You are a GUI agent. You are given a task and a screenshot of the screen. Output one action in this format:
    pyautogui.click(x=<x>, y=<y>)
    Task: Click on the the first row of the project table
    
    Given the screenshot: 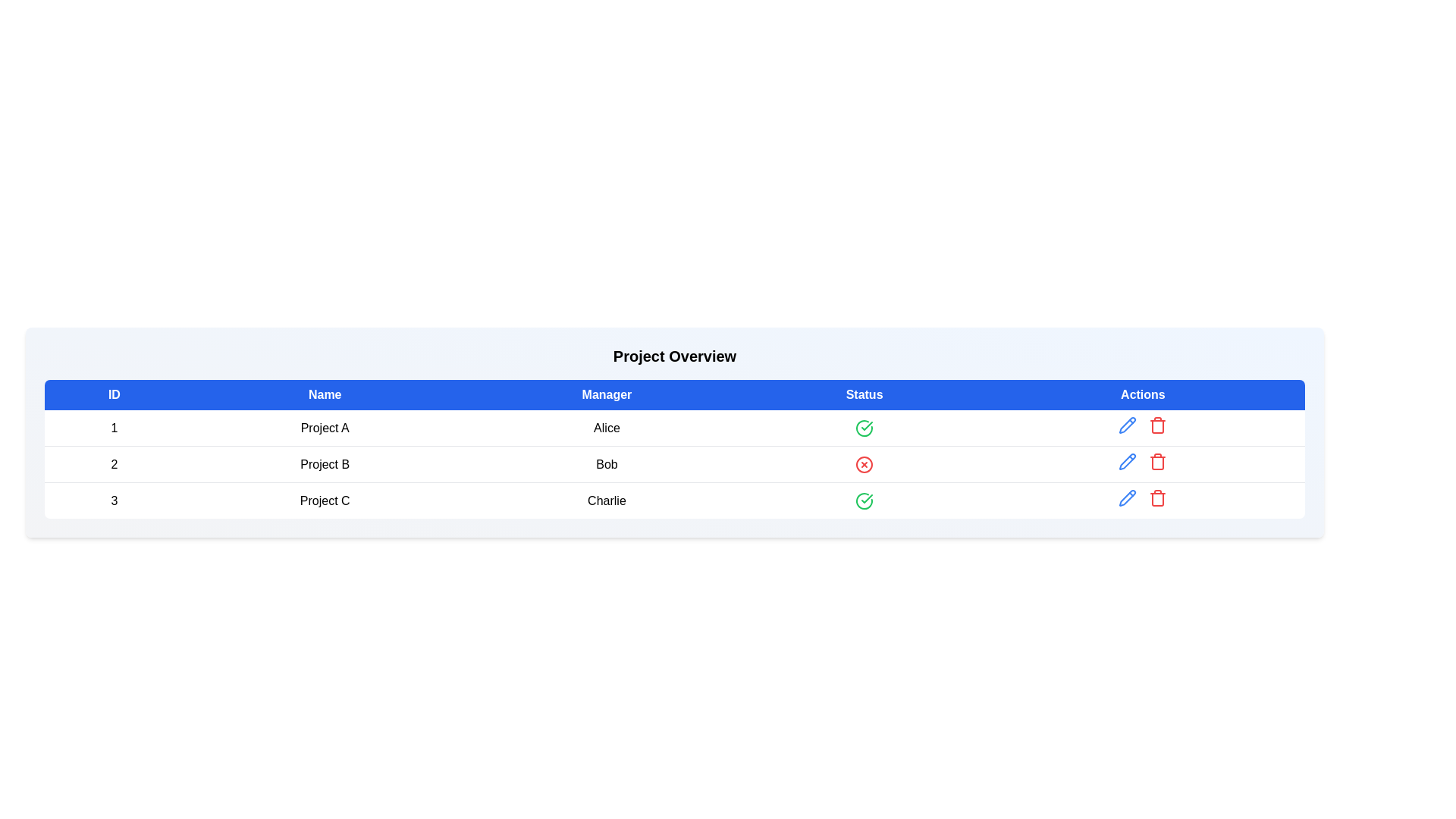 What is the action you would take?
    pyautogui.click(x=673, y=427)
    